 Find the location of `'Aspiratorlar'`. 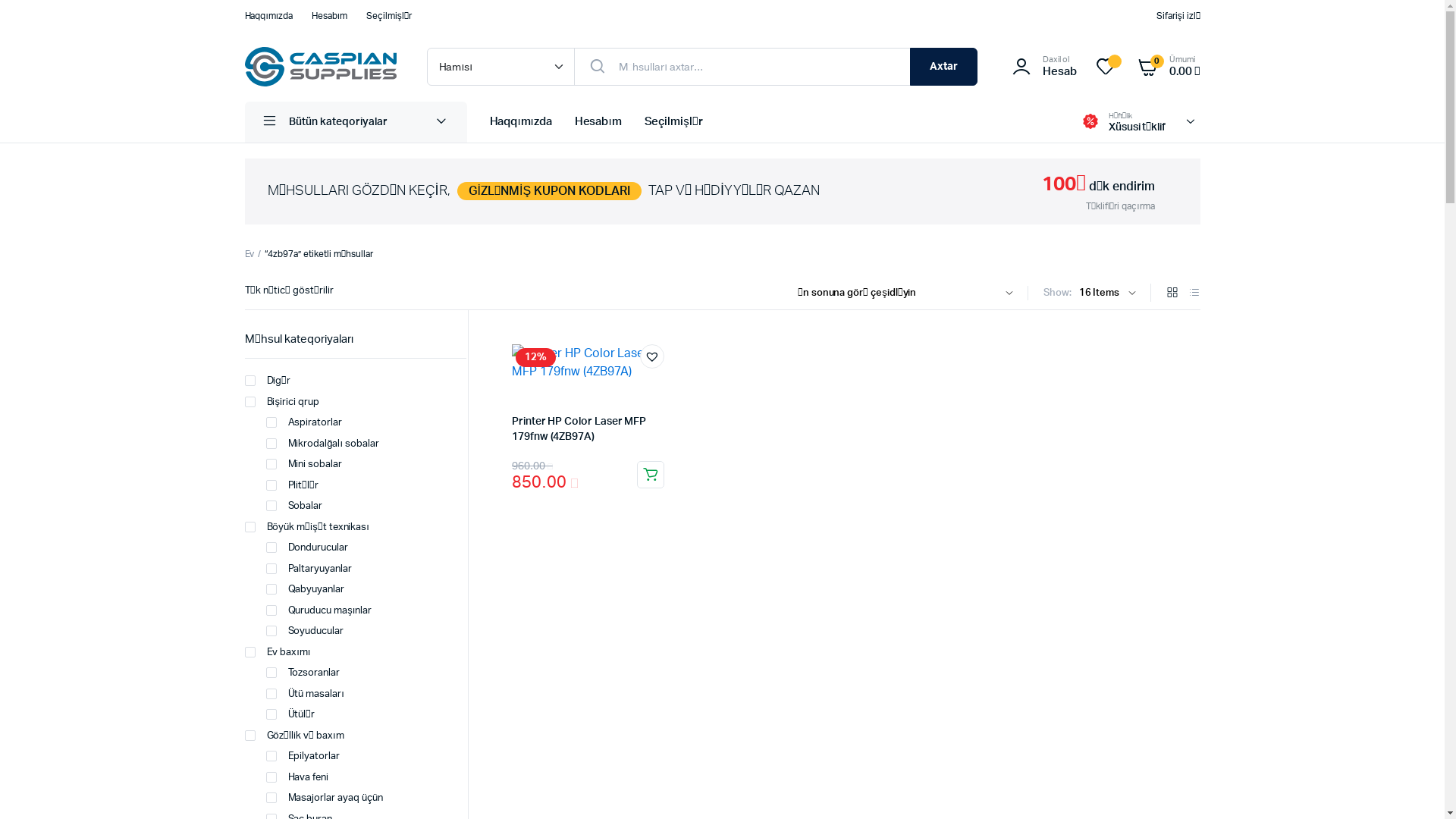

'Aspiratorlar' is located at coordinates (303, 423).